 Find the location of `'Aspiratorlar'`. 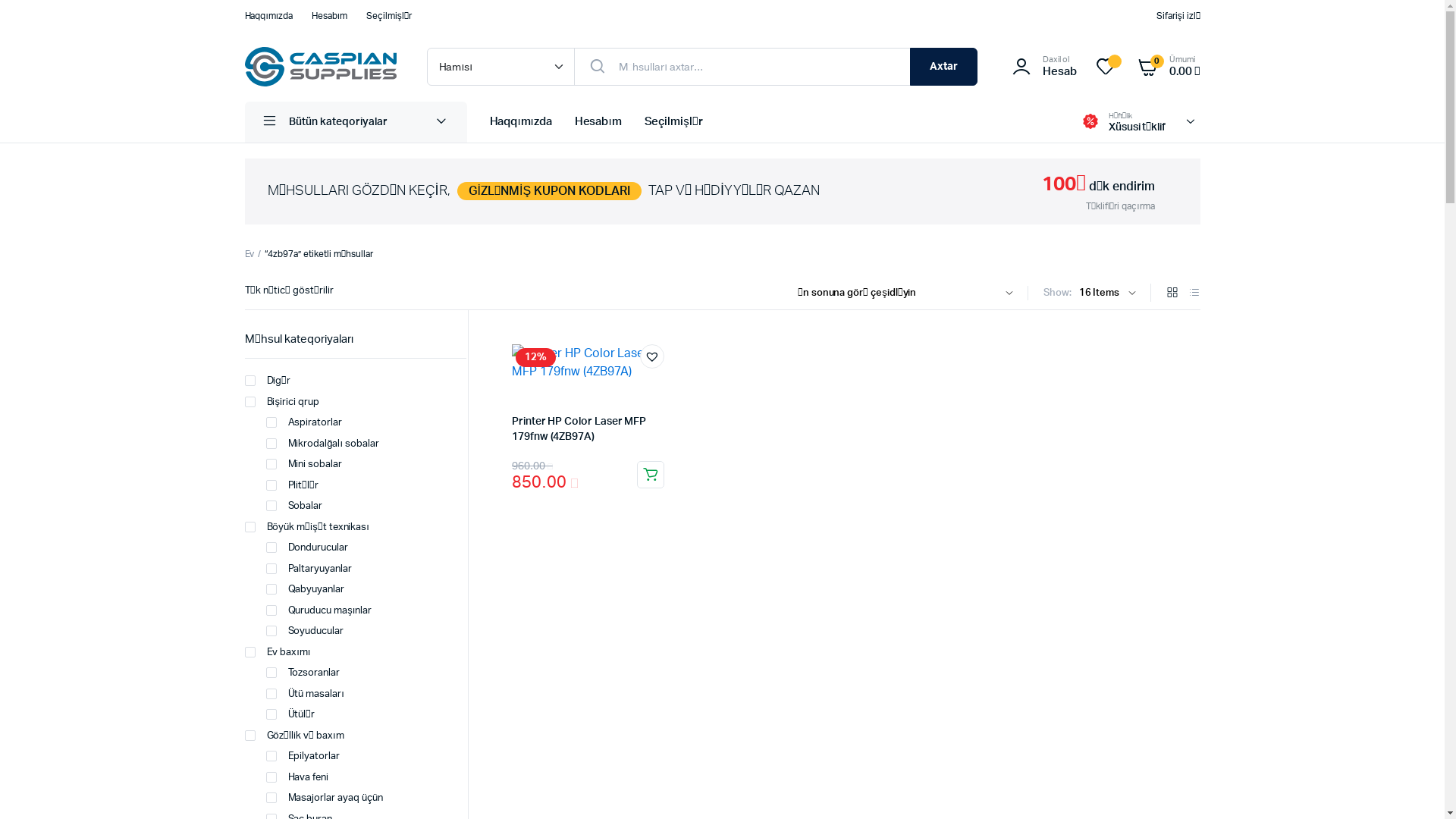

'Aspiratorlar' is located at coordinates (303, 423).